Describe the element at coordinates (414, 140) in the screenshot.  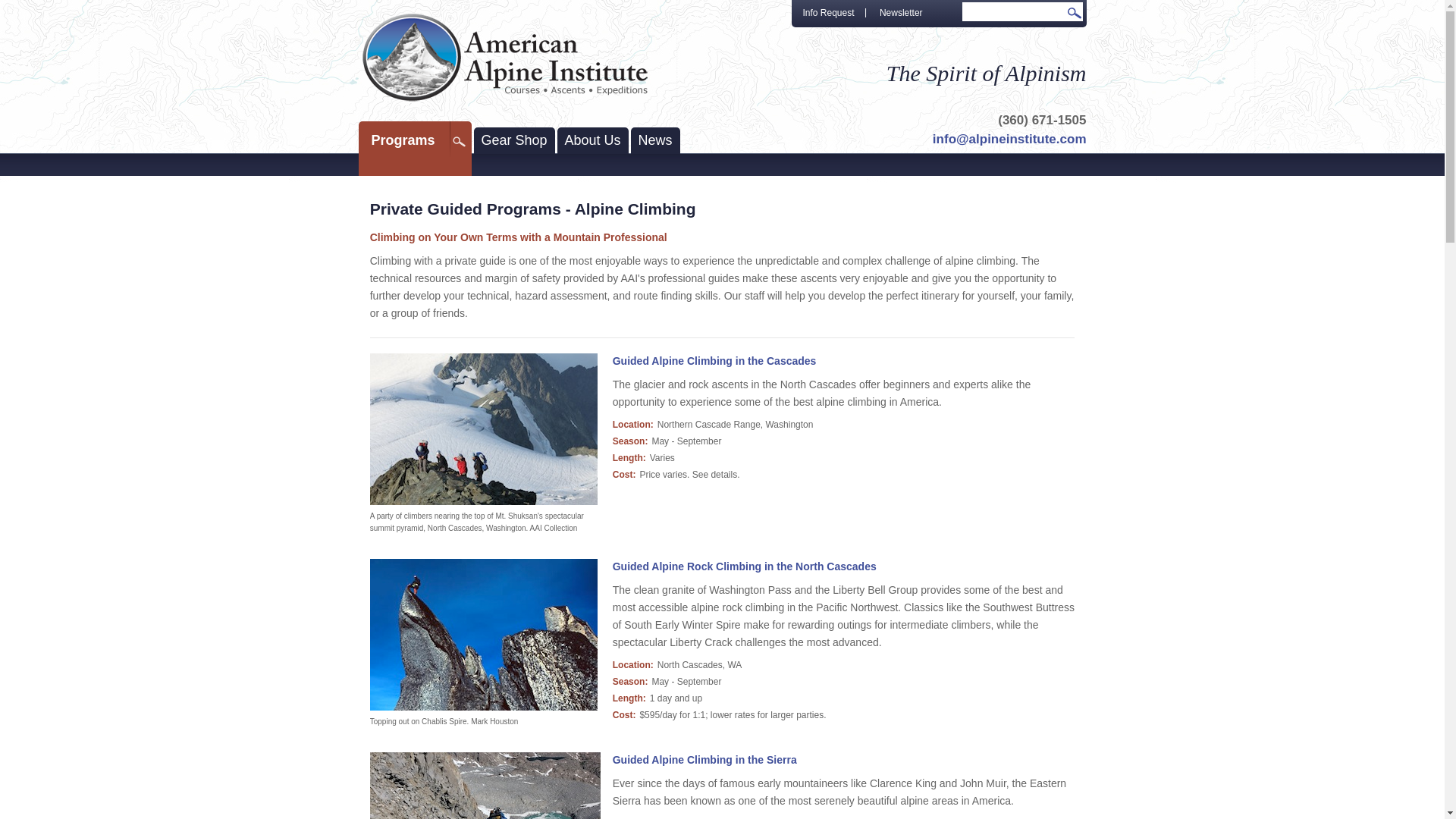
I see `'Programs'` at that location.